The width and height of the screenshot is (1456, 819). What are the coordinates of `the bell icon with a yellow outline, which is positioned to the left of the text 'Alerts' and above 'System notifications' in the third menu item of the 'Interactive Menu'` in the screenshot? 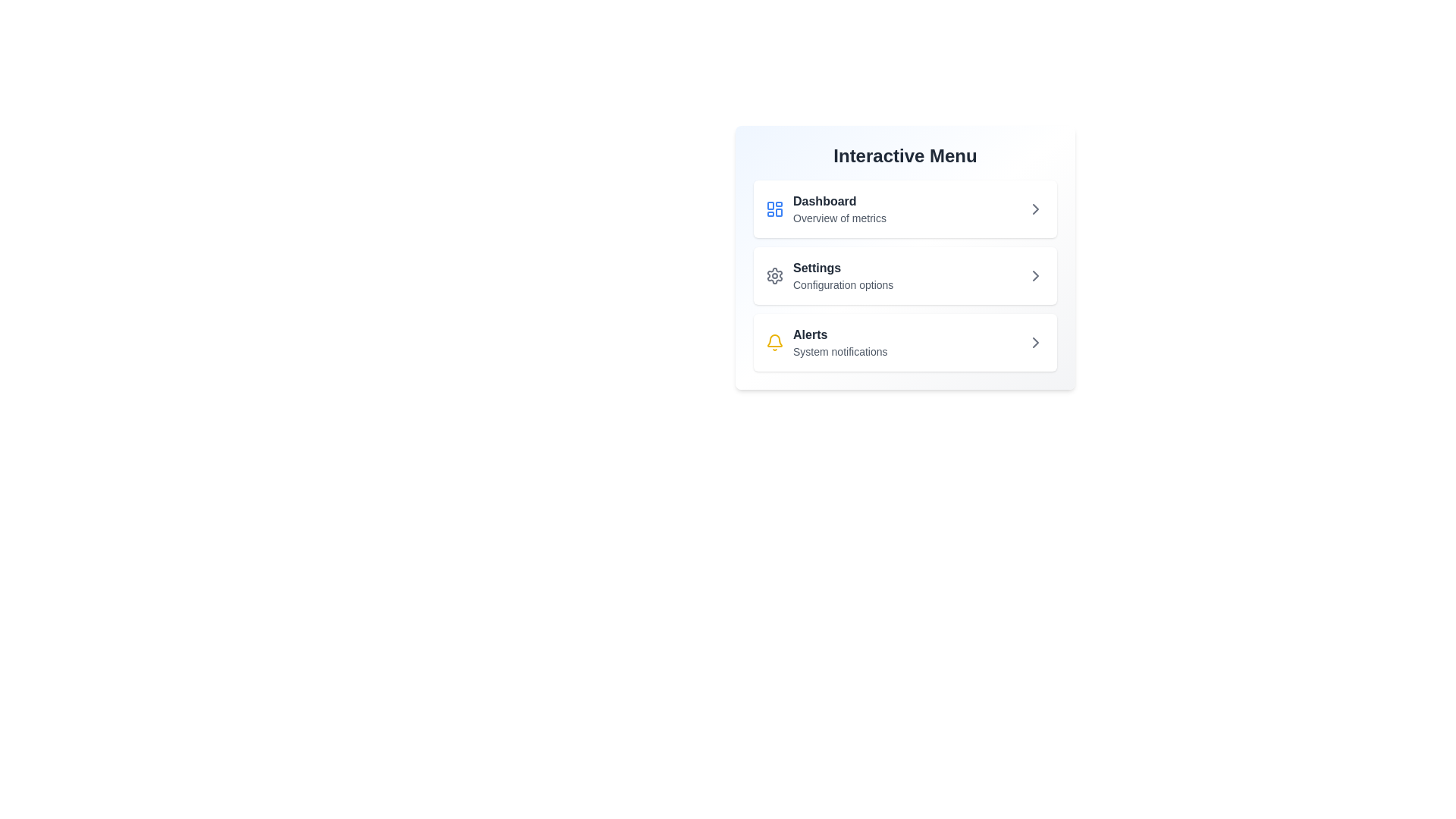 It's located at (775, 342).